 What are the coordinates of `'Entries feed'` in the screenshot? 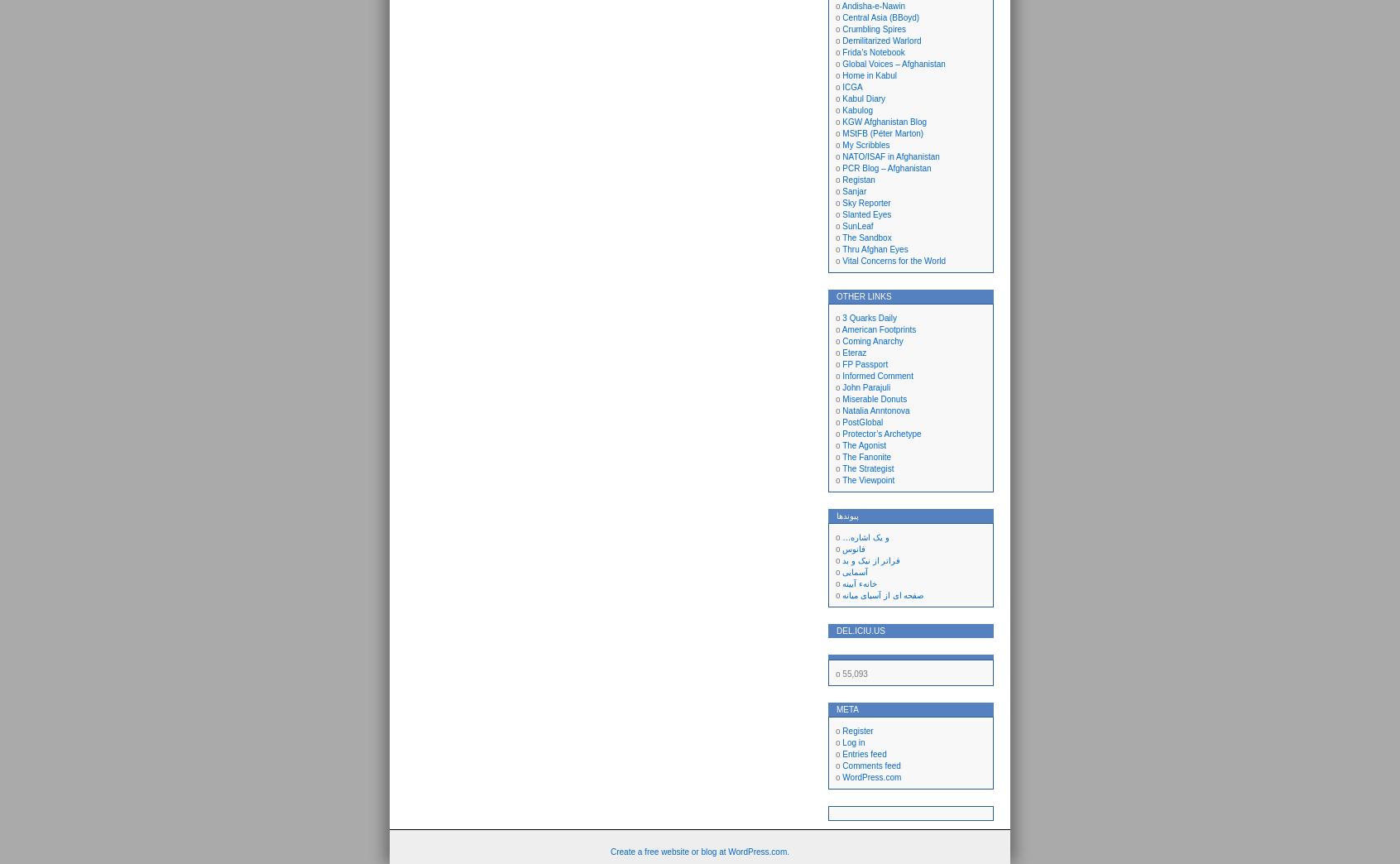 It's located at (863, 754).